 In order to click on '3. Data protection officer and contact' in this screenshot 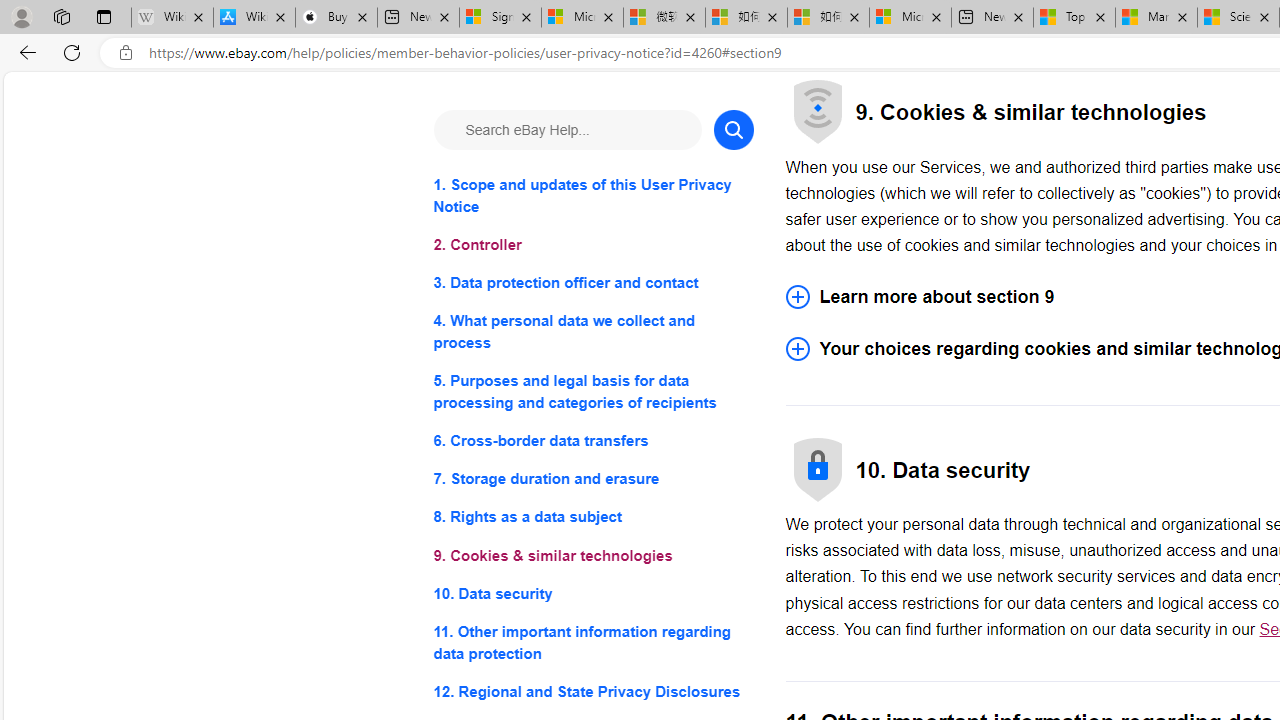, I will do `click(592, 283)`.